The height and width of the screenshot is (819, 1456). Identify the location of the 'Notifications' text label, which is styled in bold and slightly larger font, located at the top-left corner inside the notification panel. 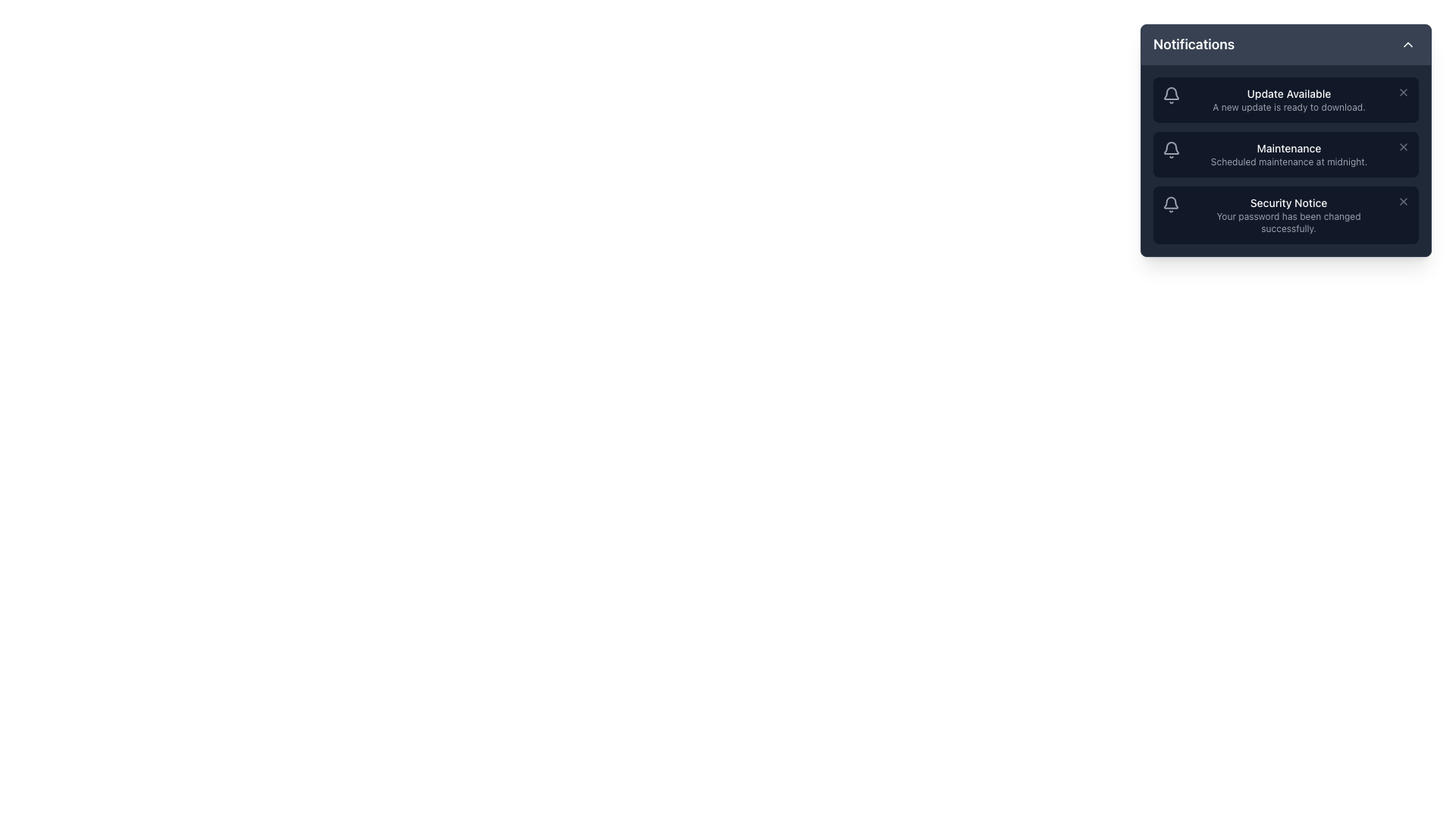
(1193, 43).